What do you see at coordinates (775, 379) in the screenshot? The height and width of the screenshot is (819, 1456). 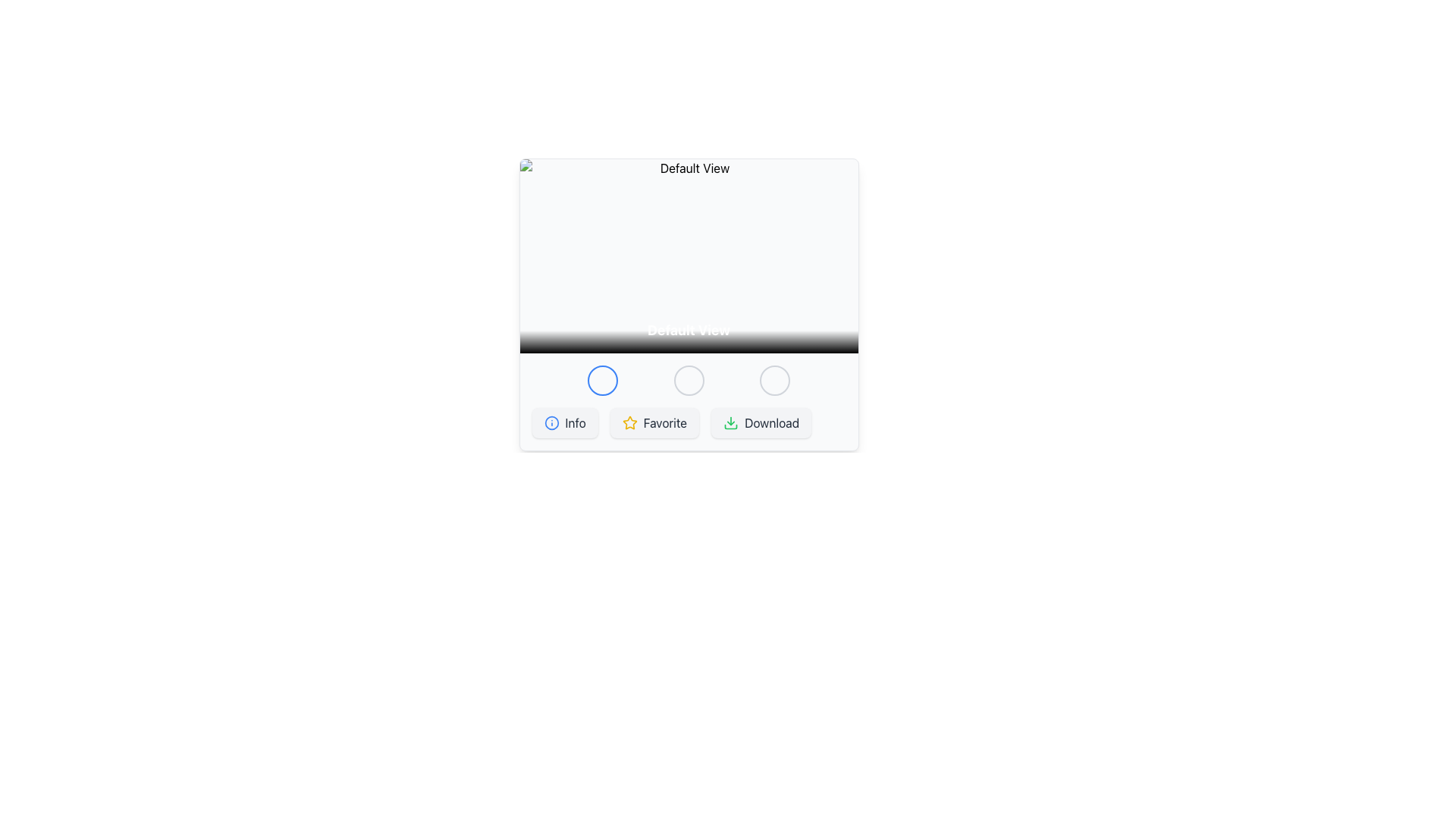 I see `the user profile image located as the third circular avatar in a row of three, positioned to the far right` at bounding box center [775, 379].